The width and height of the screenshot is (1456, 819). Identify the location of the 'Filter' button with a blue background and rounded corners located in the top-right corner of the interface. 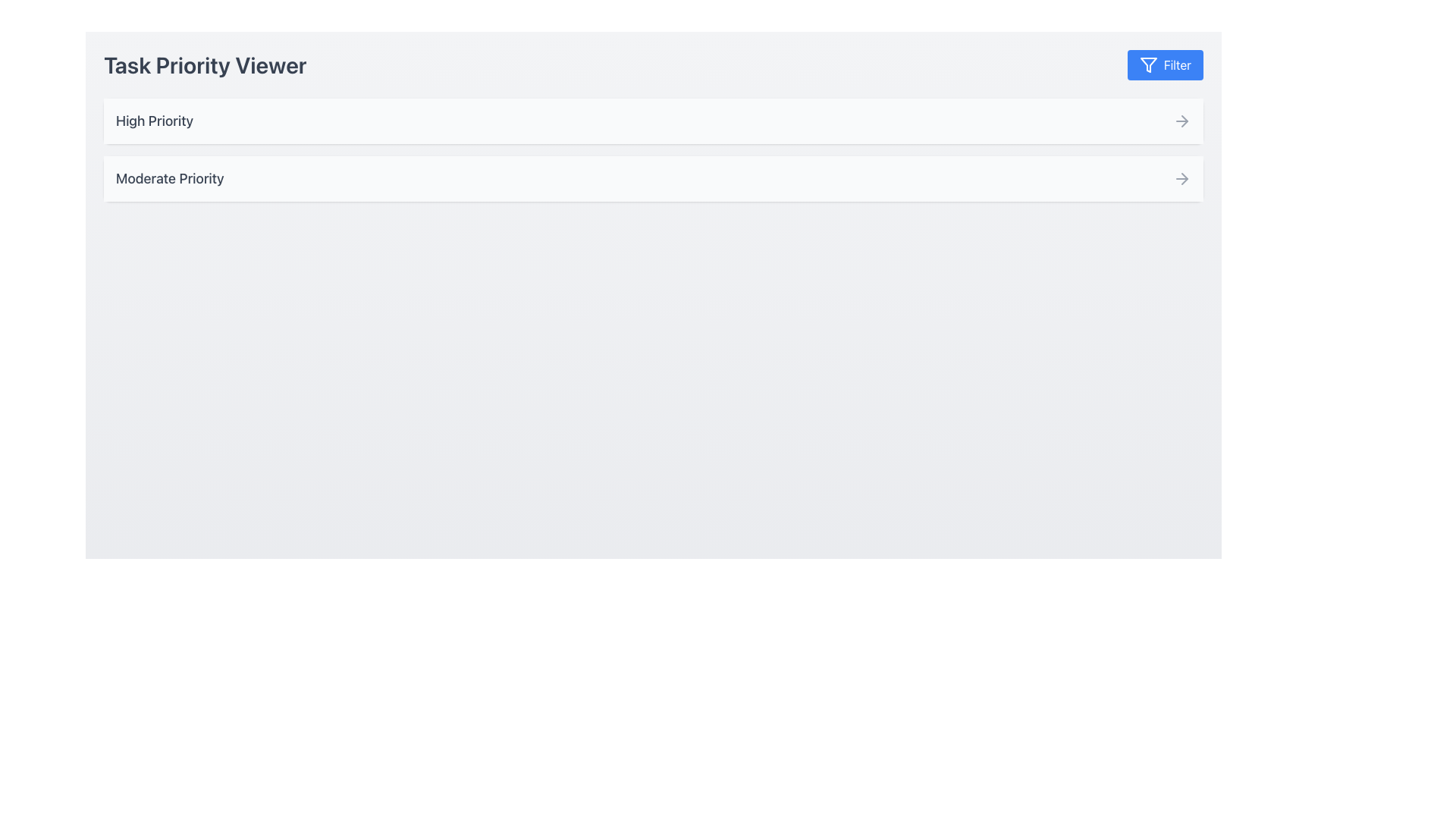
(1164, 64).